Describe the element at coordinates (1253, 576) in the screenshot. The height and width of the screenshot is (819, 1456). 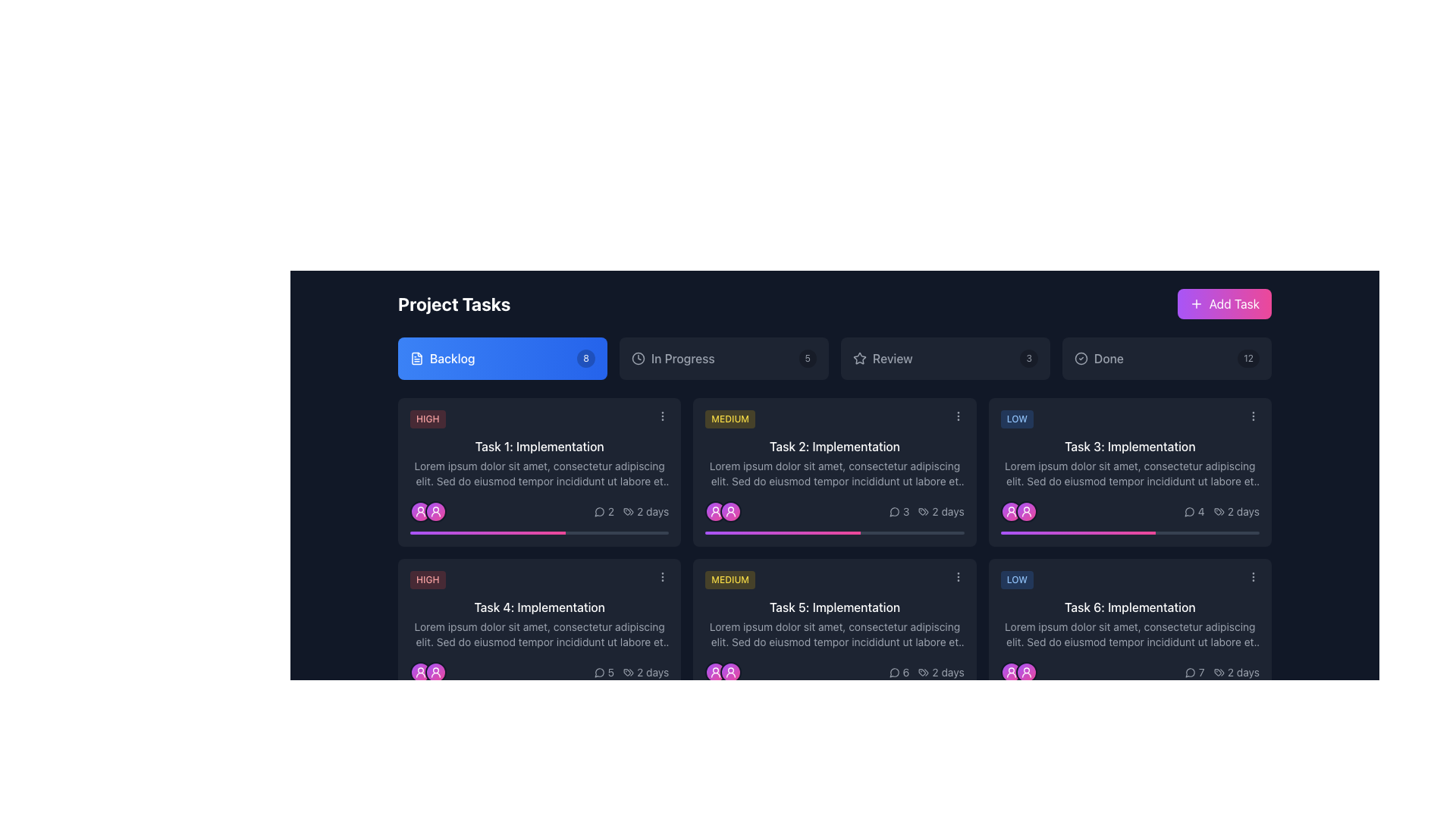
I see `the Icon-button located in the top-right corner of the card titled 'Task 3: Implementation' within the 'Done' section` at that location.